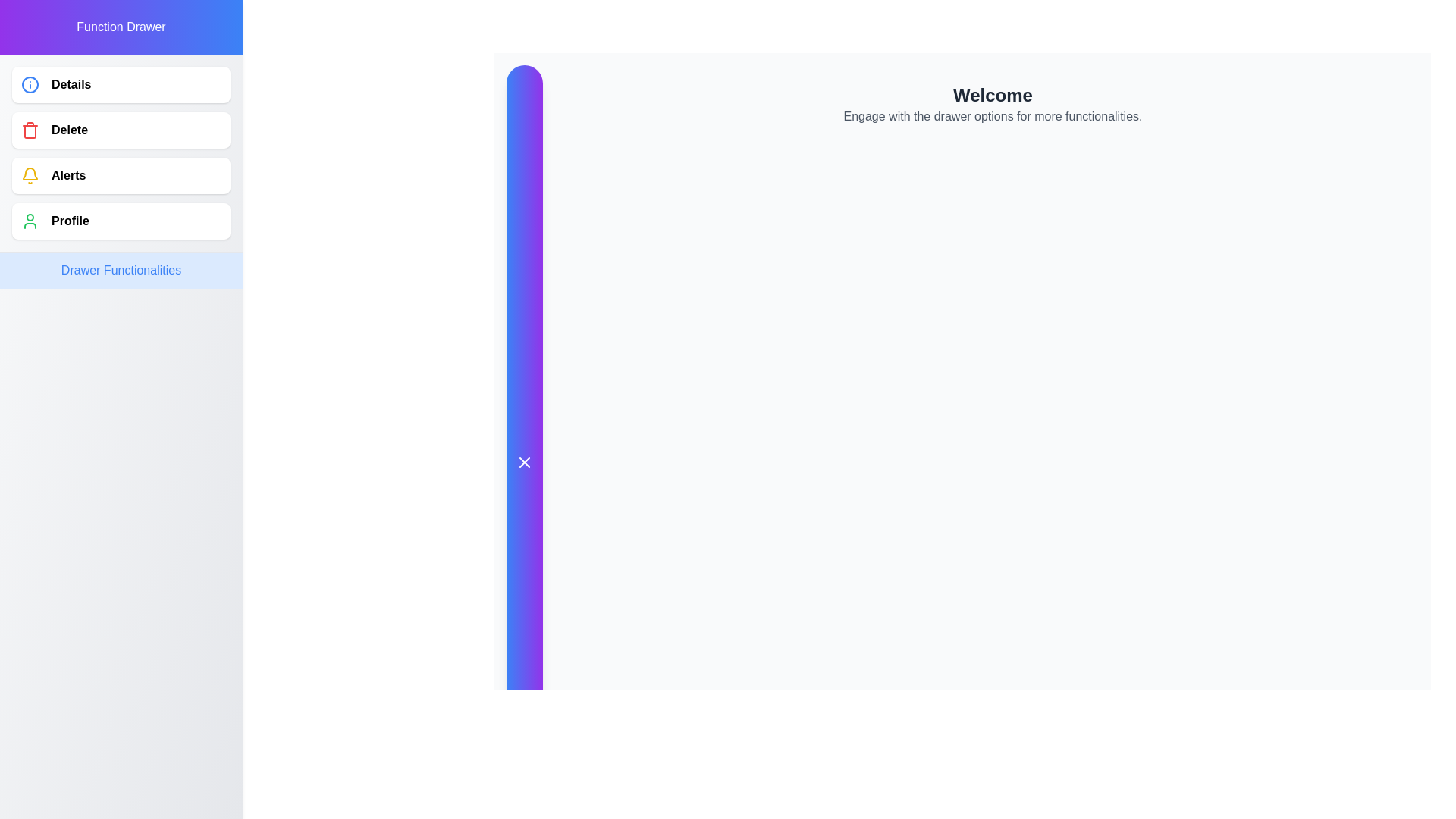 This screenshot has height=819, width=1456. I want to click on the text label for accessing or managing alerts or notifications, which is the third item in a vertical list in the left-aligned drawer menu, so click(67, 174).